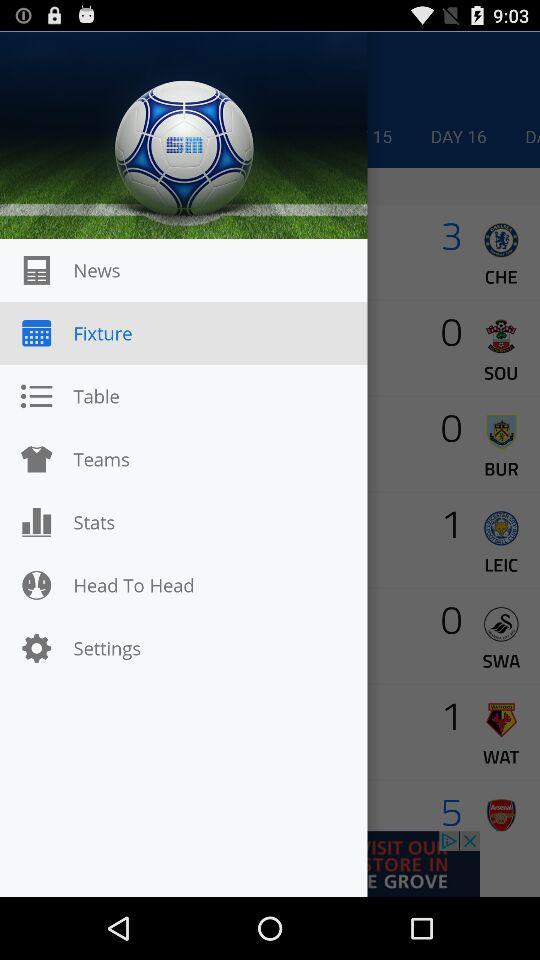 Image resolution: width=540 pixels, height=960 pixels. Describe the element at coordinates (36, 521) in the screenshot. I see `the icon which is before stats` at that location.